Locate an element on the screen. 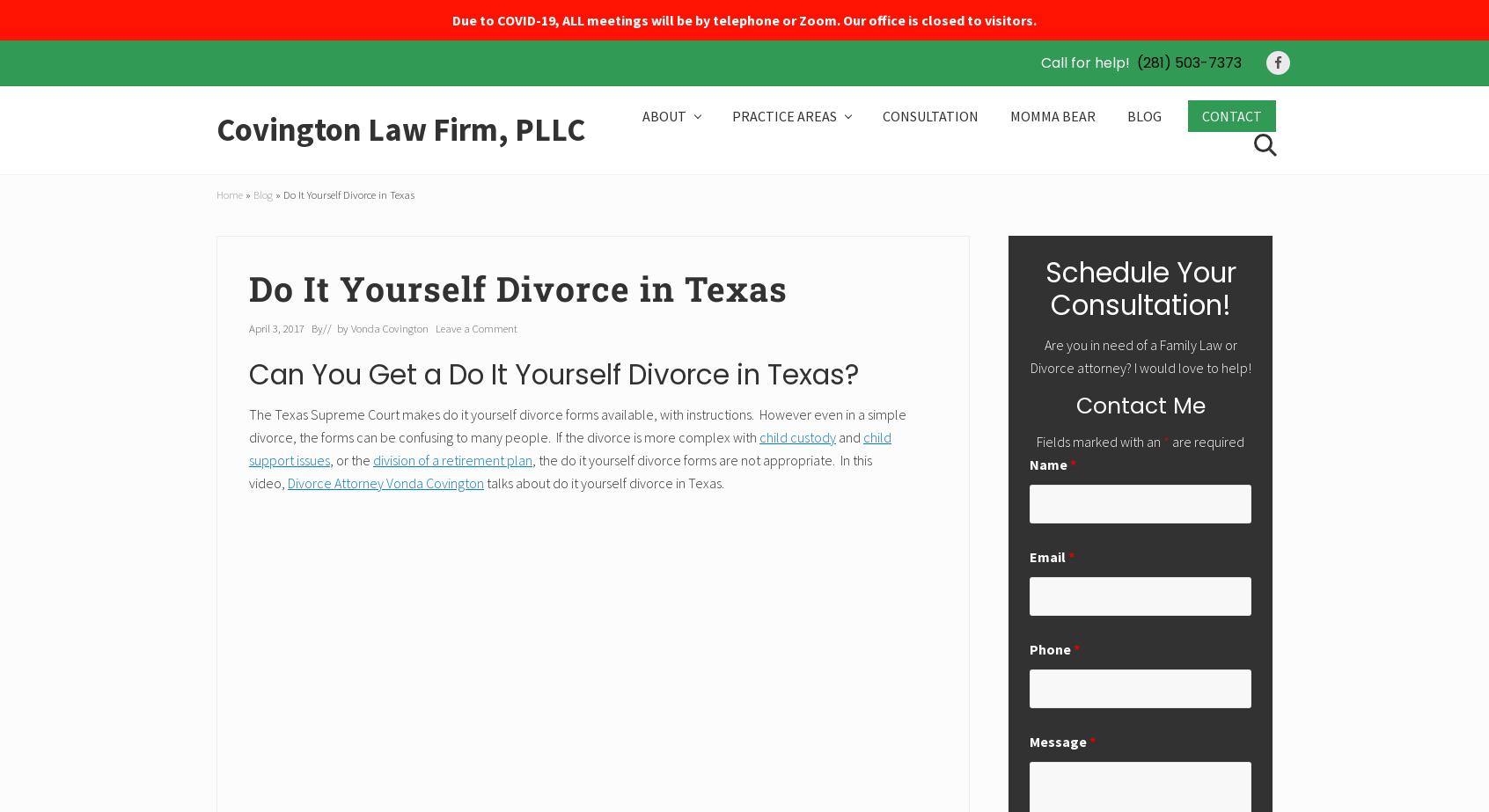 This screenshot has height=812, width=1489. 'CONTACT' is located at coordinates (1231, 115).